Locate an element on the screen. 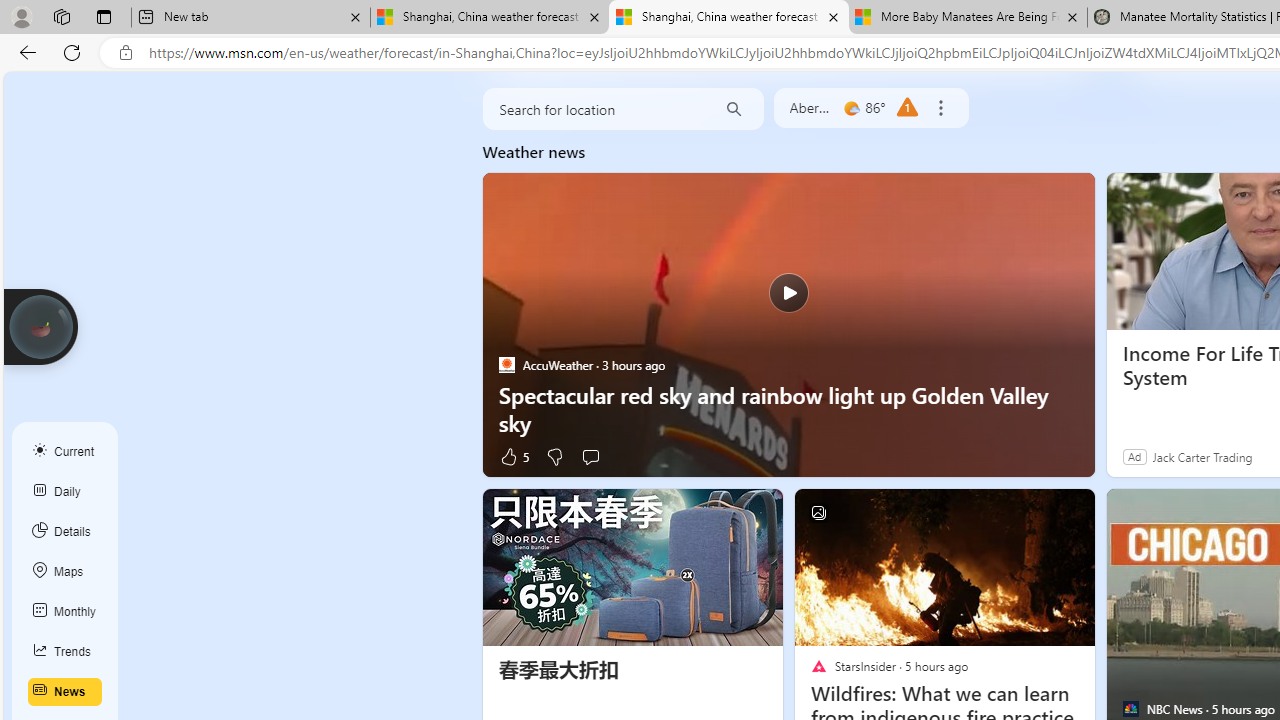 Image resolution: width=1280 pixels, height=720 pixels. 'Daily' is located at coordinates (65, 492).